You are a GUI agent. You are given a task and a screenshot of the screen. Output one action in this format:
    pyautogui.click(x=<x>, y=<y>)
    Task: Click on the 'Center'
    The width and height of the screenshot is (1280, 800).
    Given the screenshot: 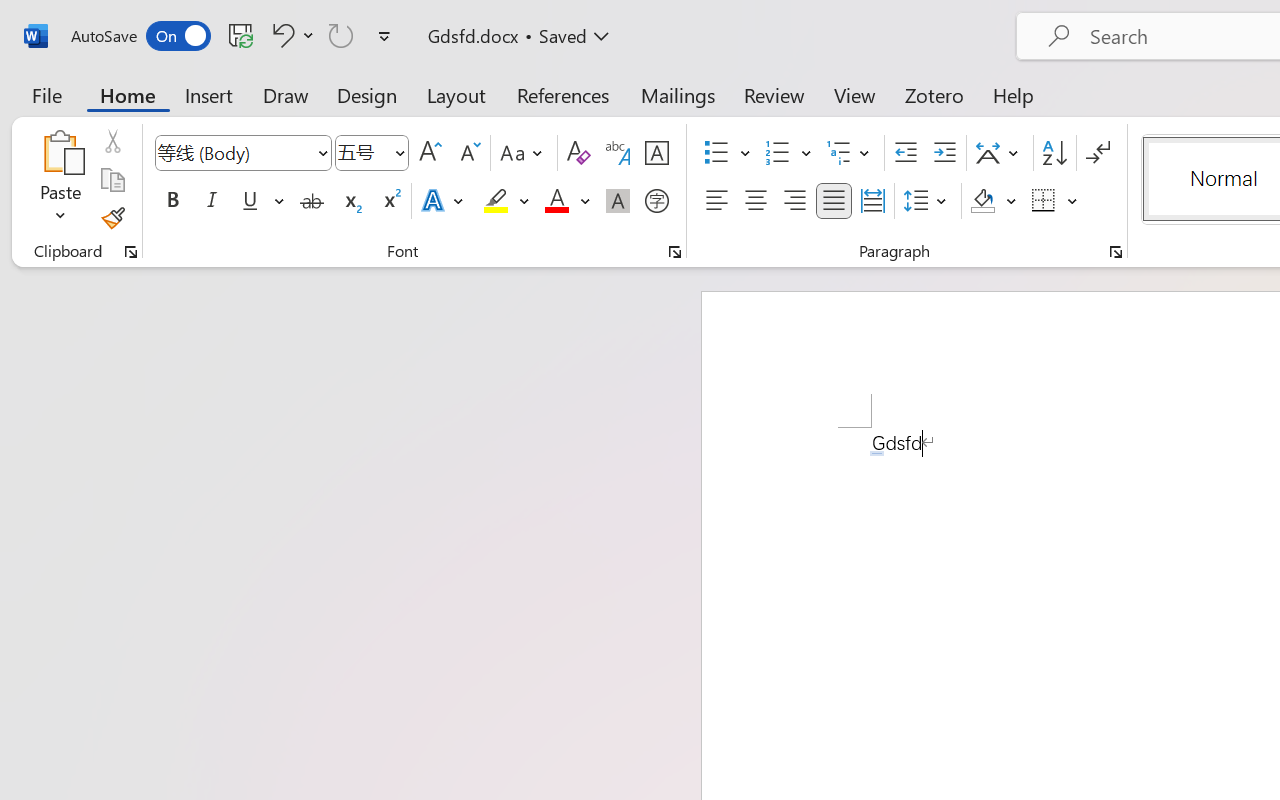 What is the action you would take?
    pyautogui.click(x=755, y=201)
    